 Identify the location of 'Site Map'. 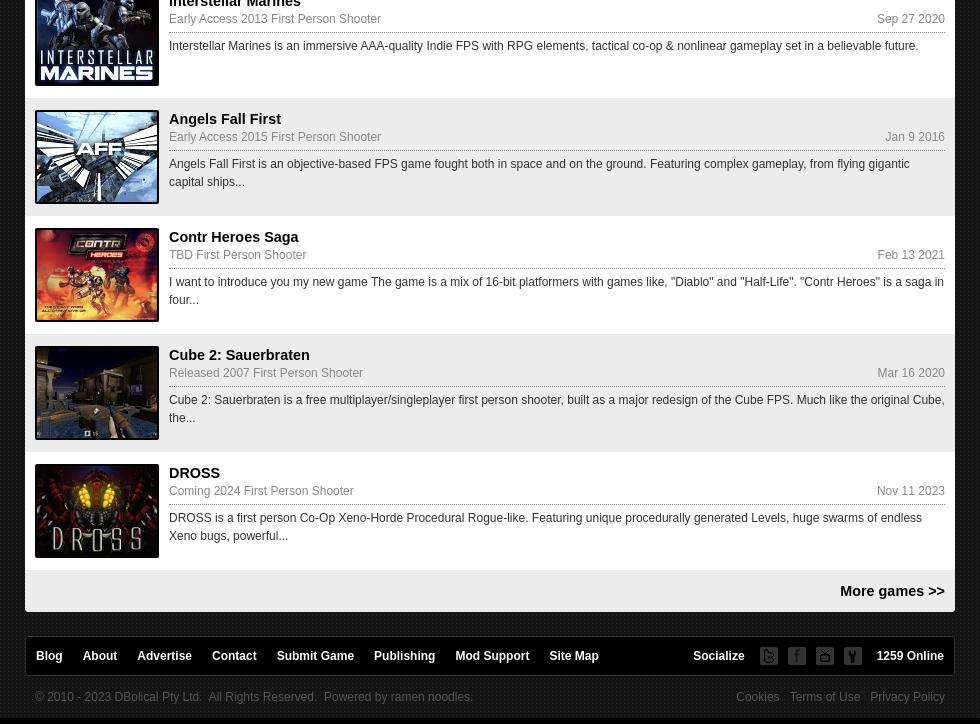
(548, 655).